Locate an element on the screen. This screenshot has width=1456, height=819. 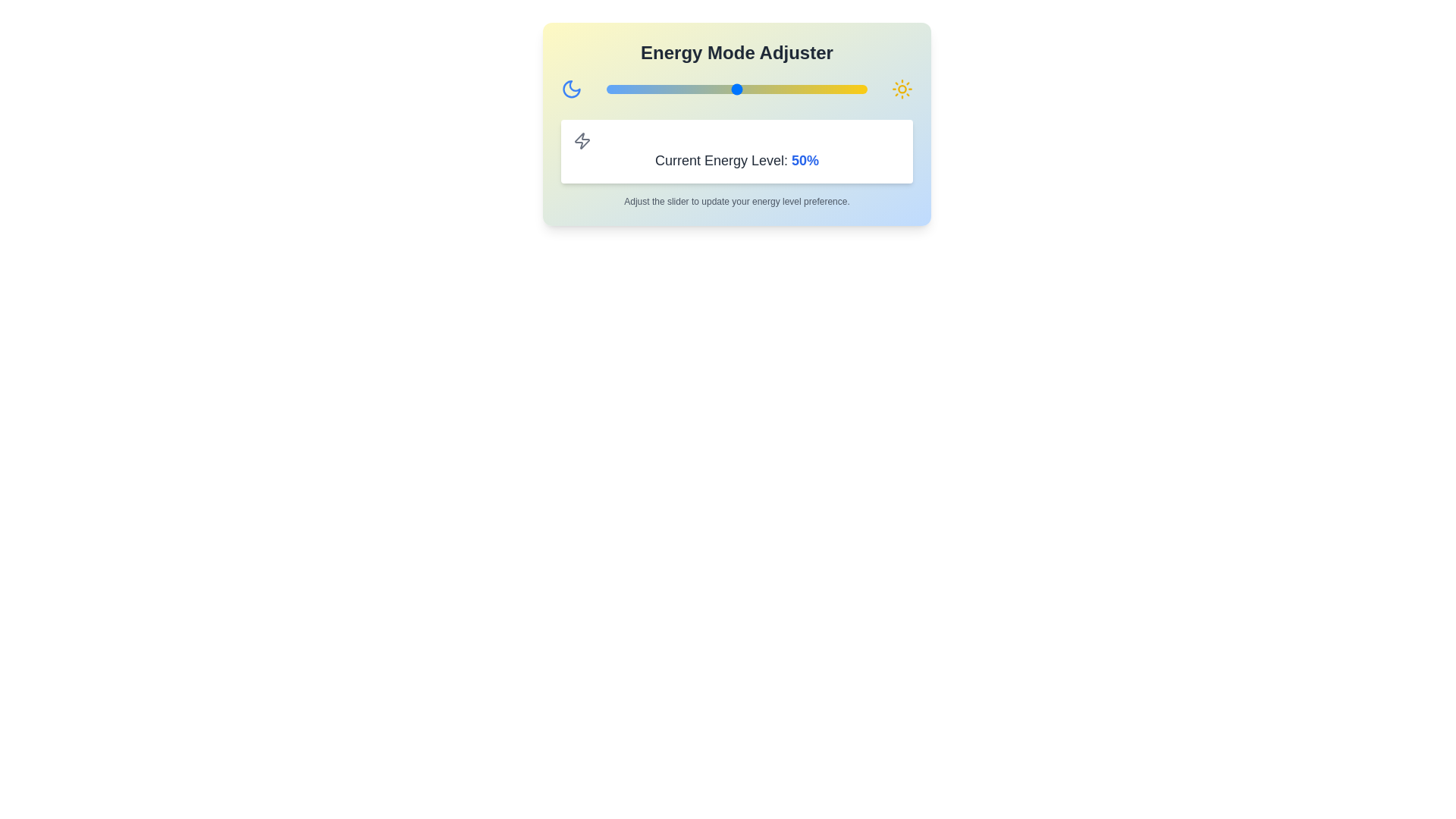
the slider to set the energy level to 43% is located at coordinates (717, 89).